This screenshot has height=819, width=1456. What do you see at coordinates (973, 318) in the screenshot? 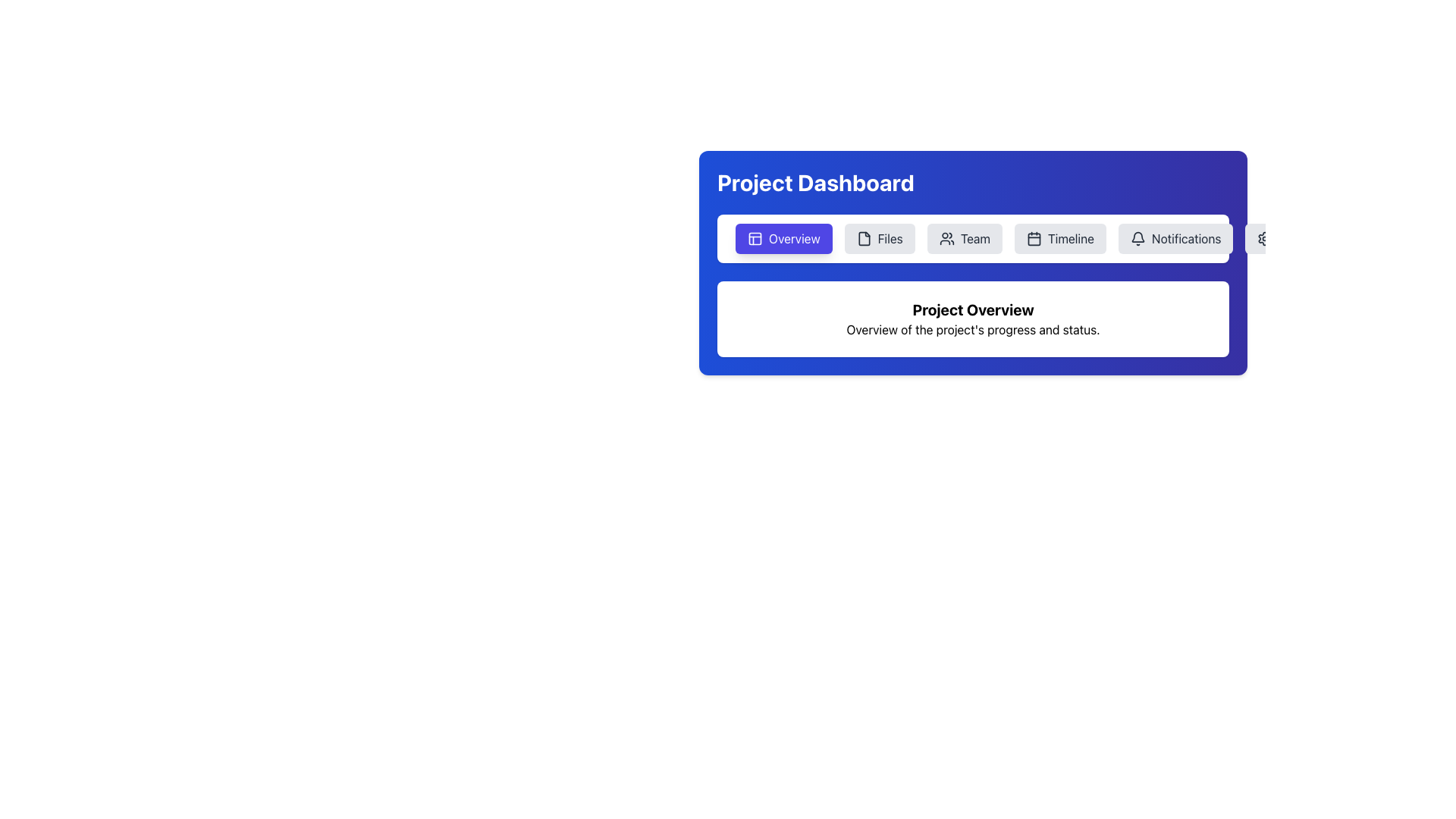
I see `information displayed in the 'Project Overview' module, which includes the title and description about the project's progress and status` at bounding box center [973, 318].